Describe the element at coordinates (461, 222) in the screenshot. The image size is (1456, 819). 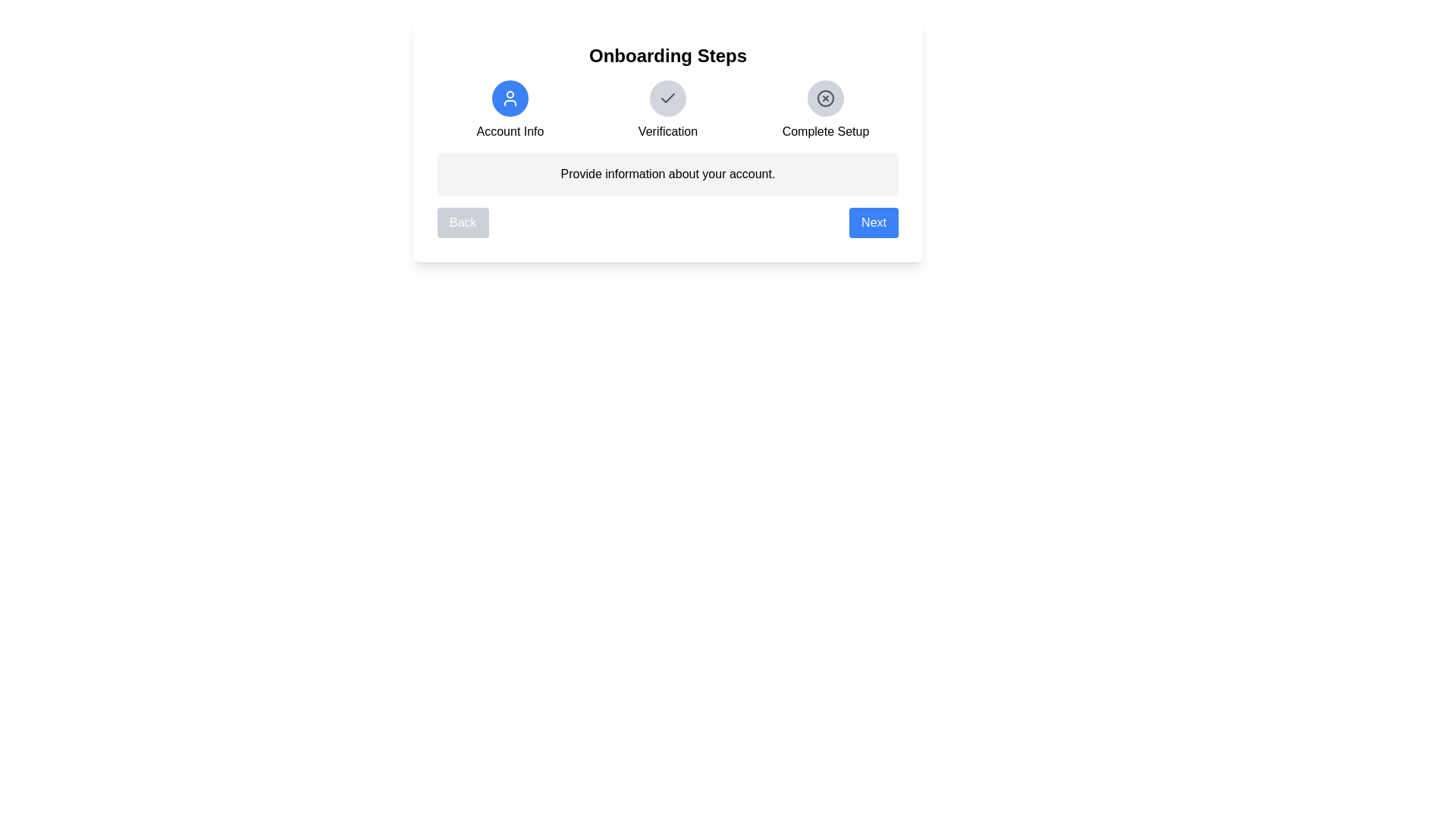
I see `'Back' button to navigate to the previous step` at that location.